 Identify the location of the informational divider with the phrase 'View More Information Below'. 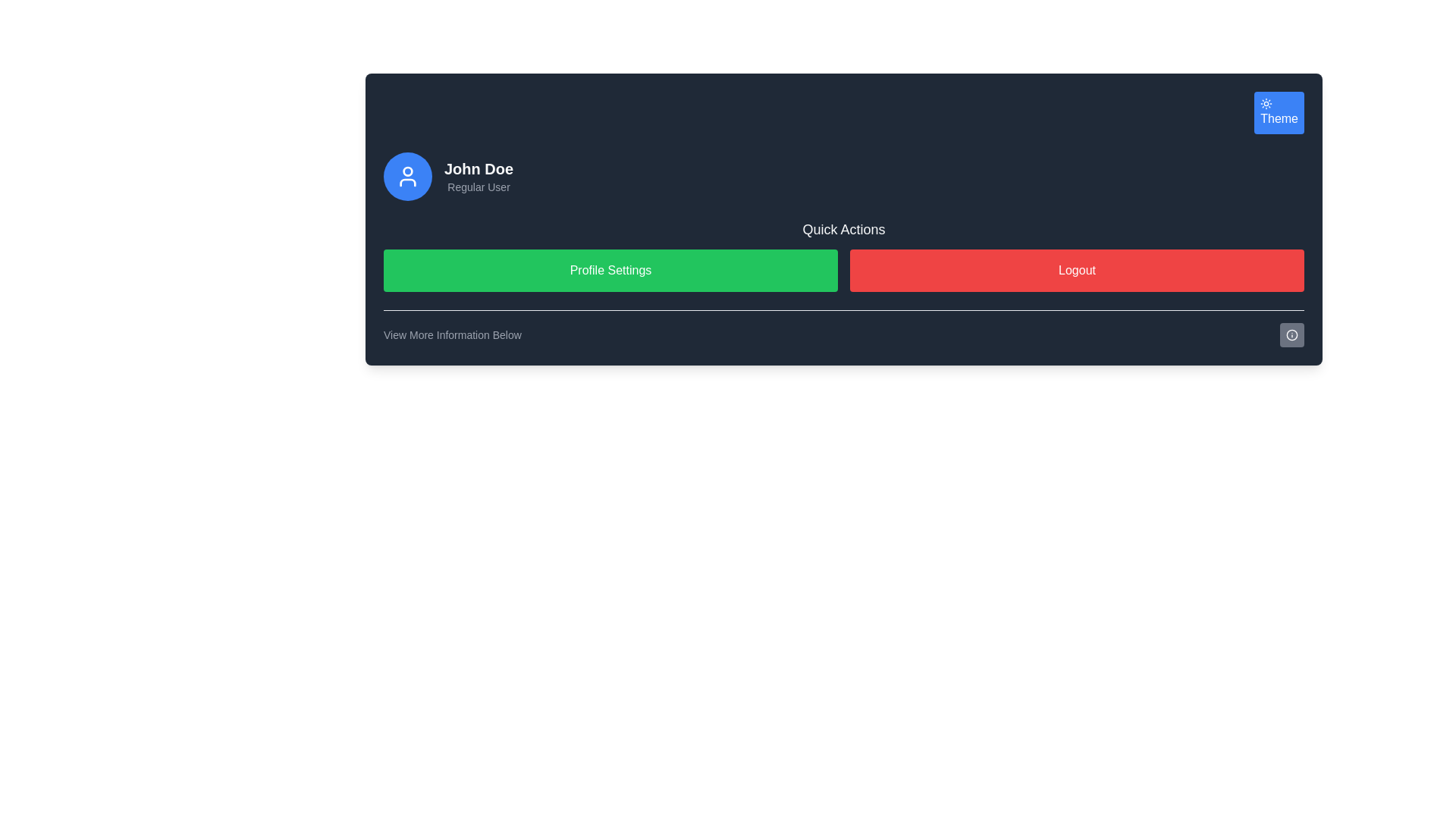
(843, 327).